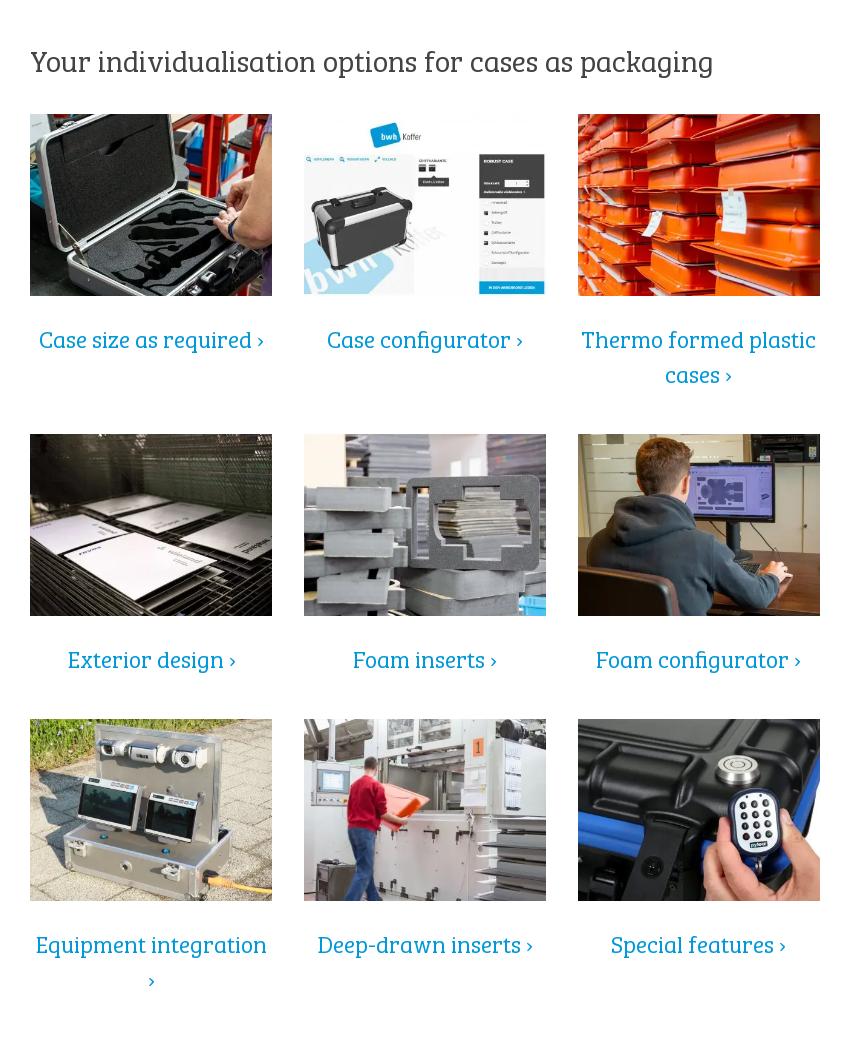 The width and height of the screenshot is (850, 1063). What do you see at coordinates (420, 940) in the screenshot?
I see `'Deep-drawn inserts'` at bounding box center [420, 940].